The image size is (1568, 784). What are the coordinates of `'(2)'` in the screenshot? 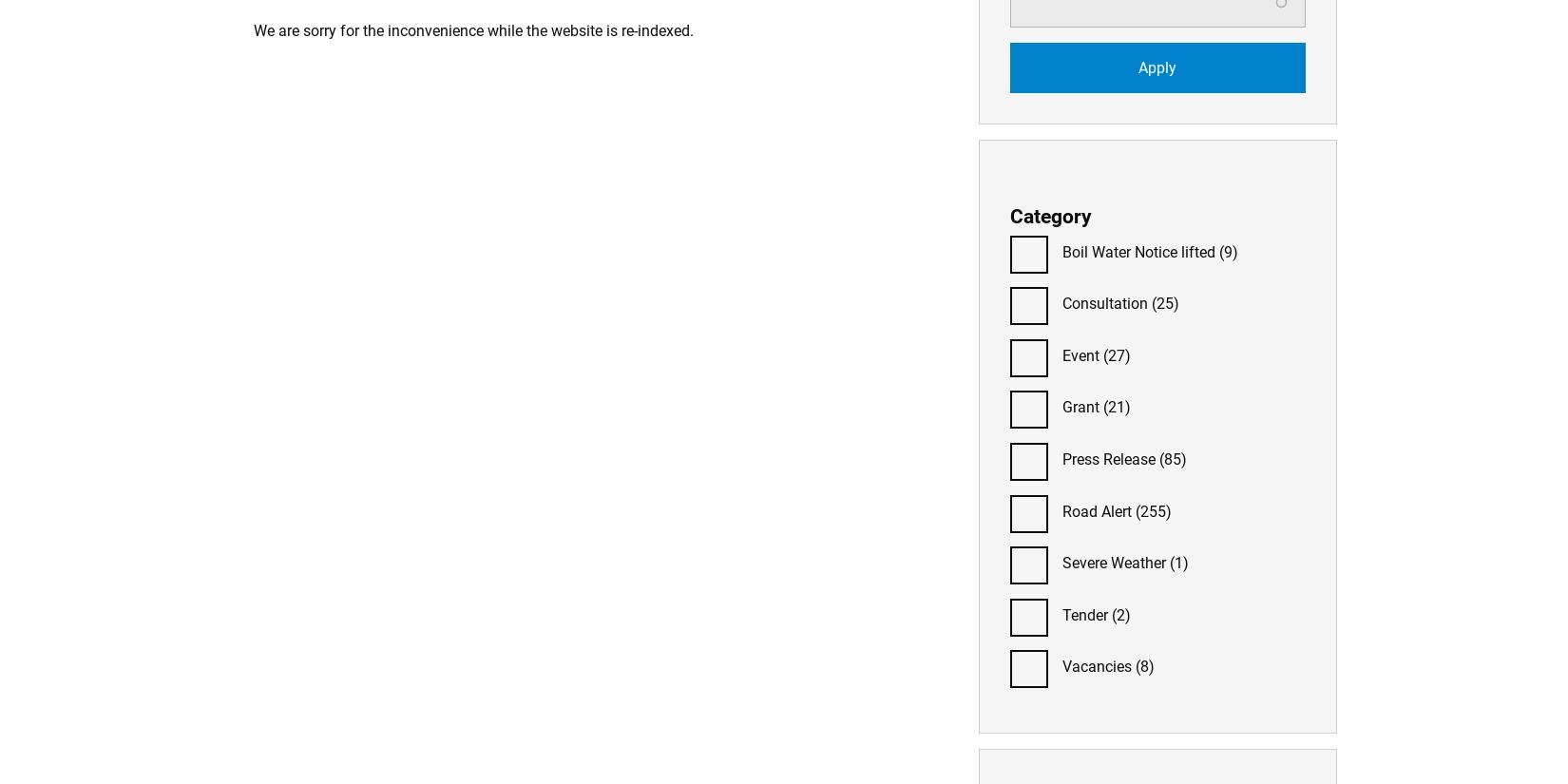 It's located at (1119, 613).